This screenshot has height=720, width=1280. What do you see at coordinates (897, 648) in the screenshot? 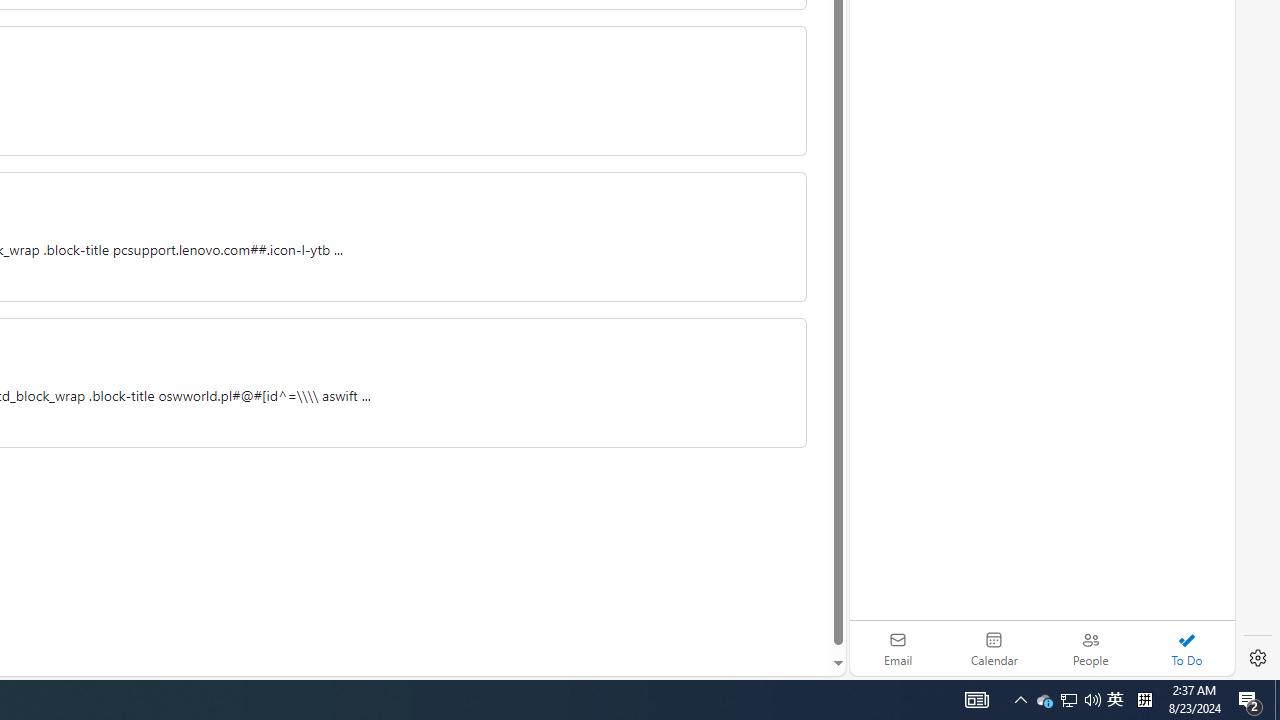
I see `'Email'` at bounding box center [897, 648].